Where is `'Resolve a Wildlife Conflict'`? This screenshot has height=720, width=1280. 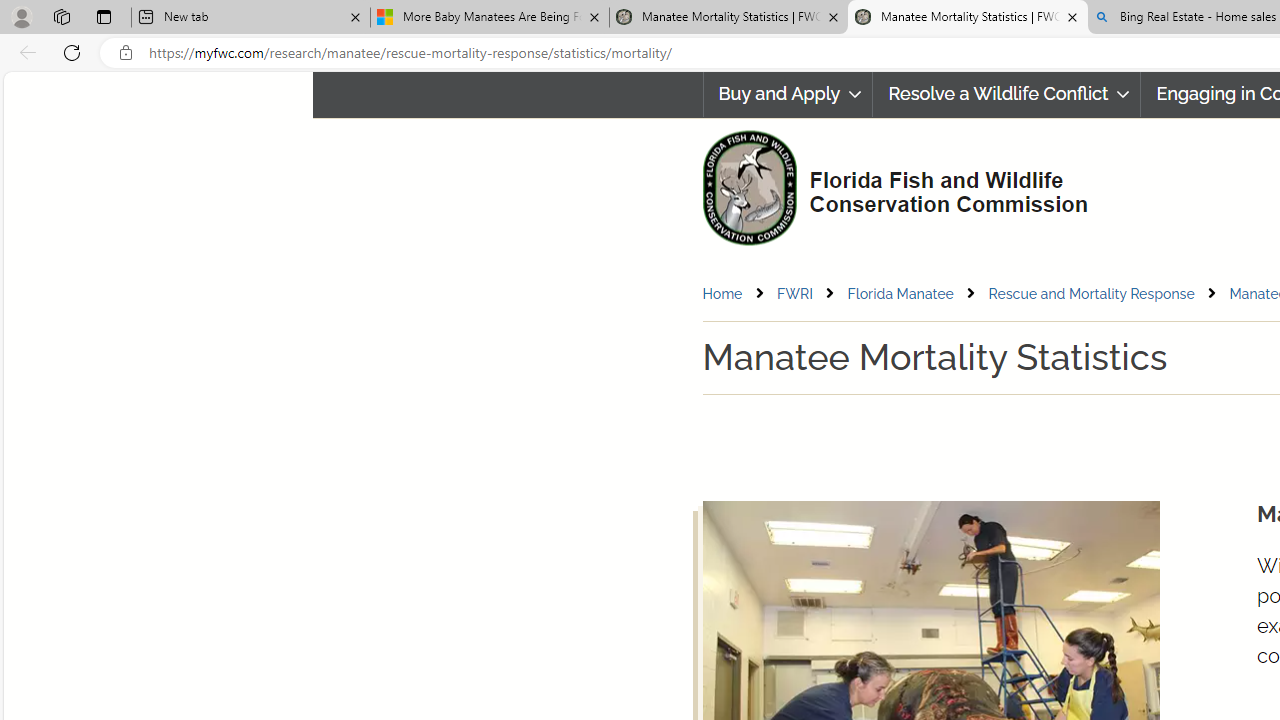 'Resolve a Wildlife Conflict' is located at coordinates (1006, 94).